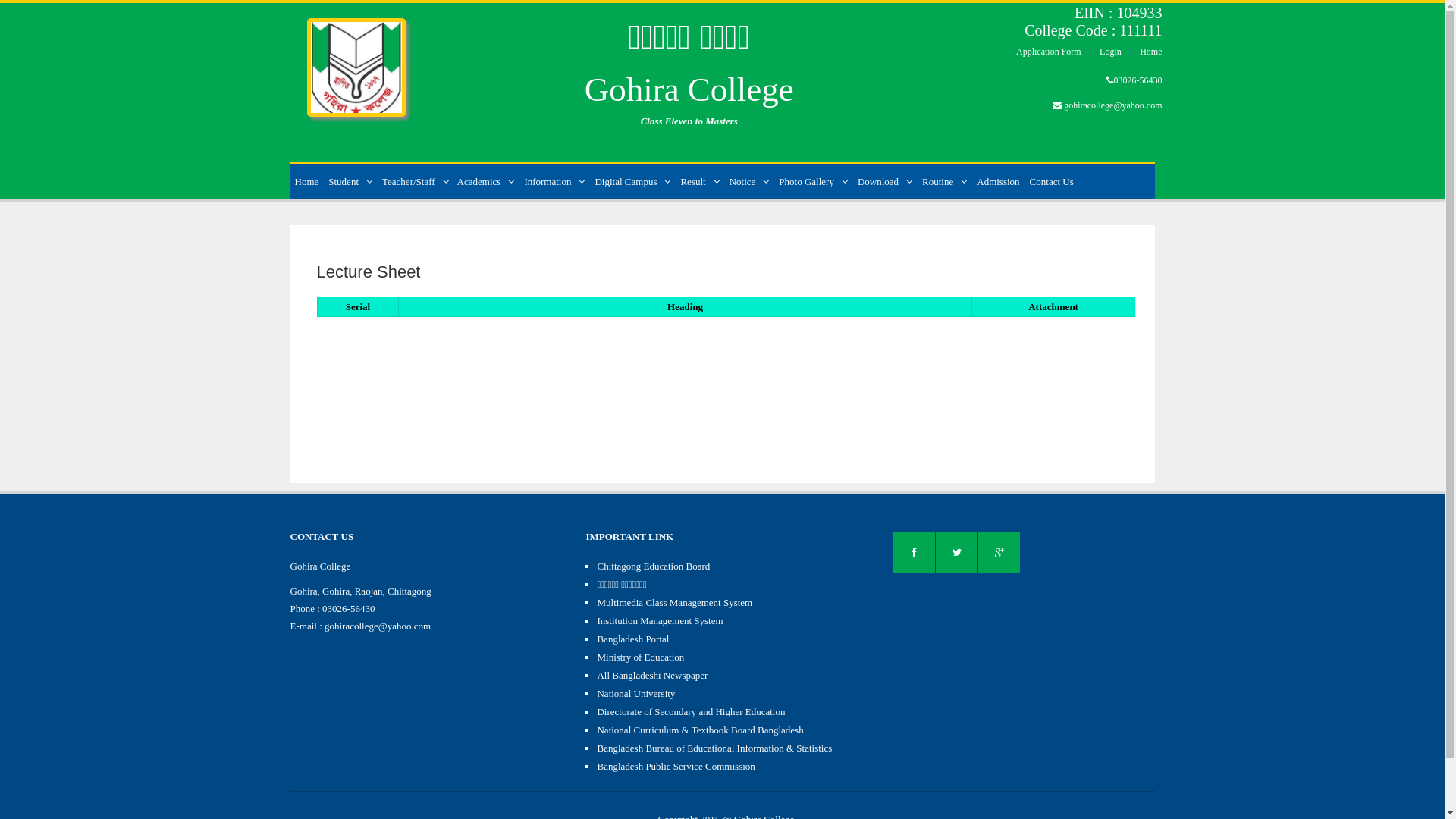 The width and height of the screenshot is (1456, 819). Describe the element at coordinates (1047, 51) in the screenshot. I see `'Application Form'` at that location.